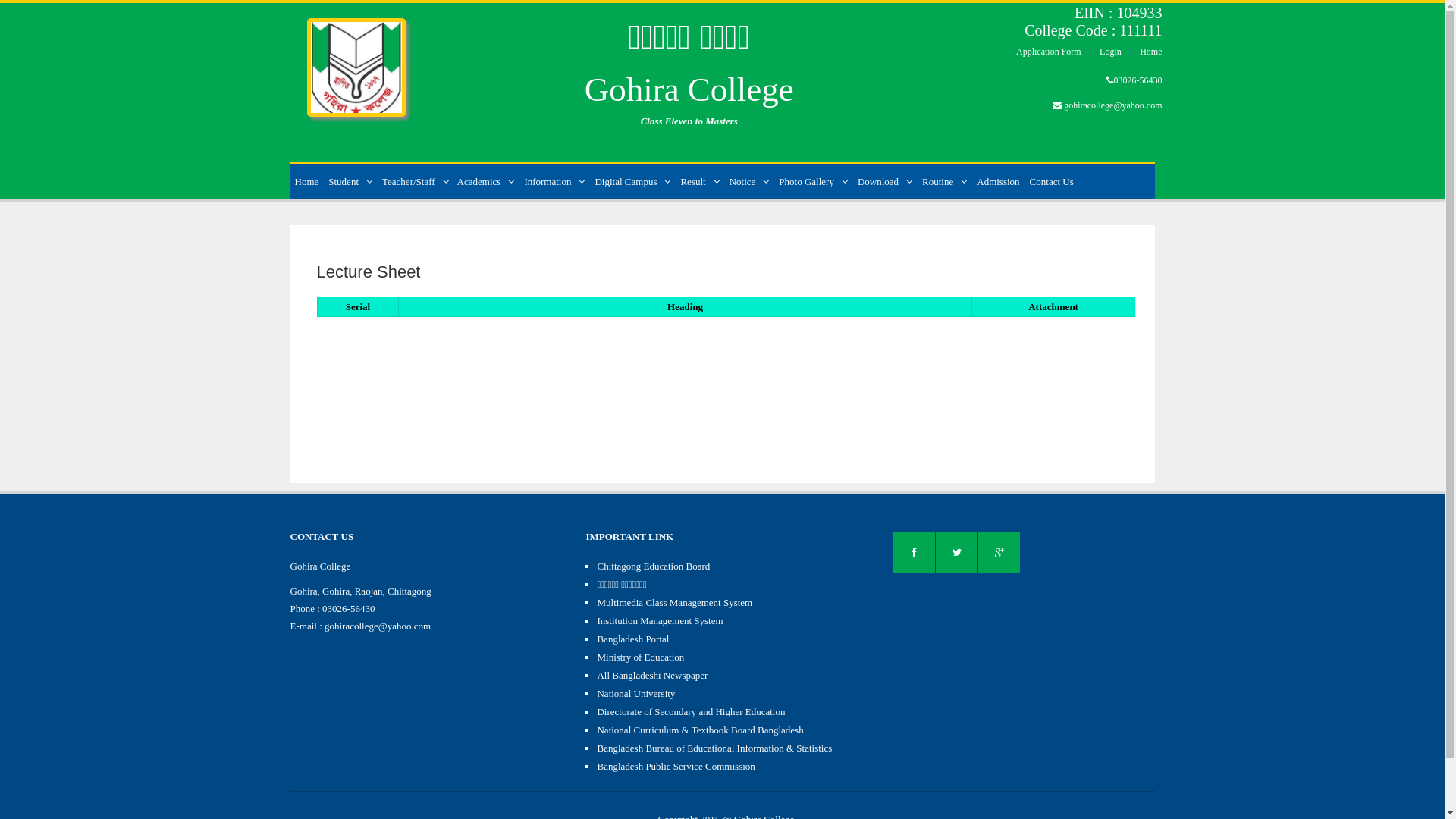 The width and height of the screenshot is (1456, 819). Describe the element at coordinates (1047, 51) in the screenshot. I see `'Application Form'` at that location.